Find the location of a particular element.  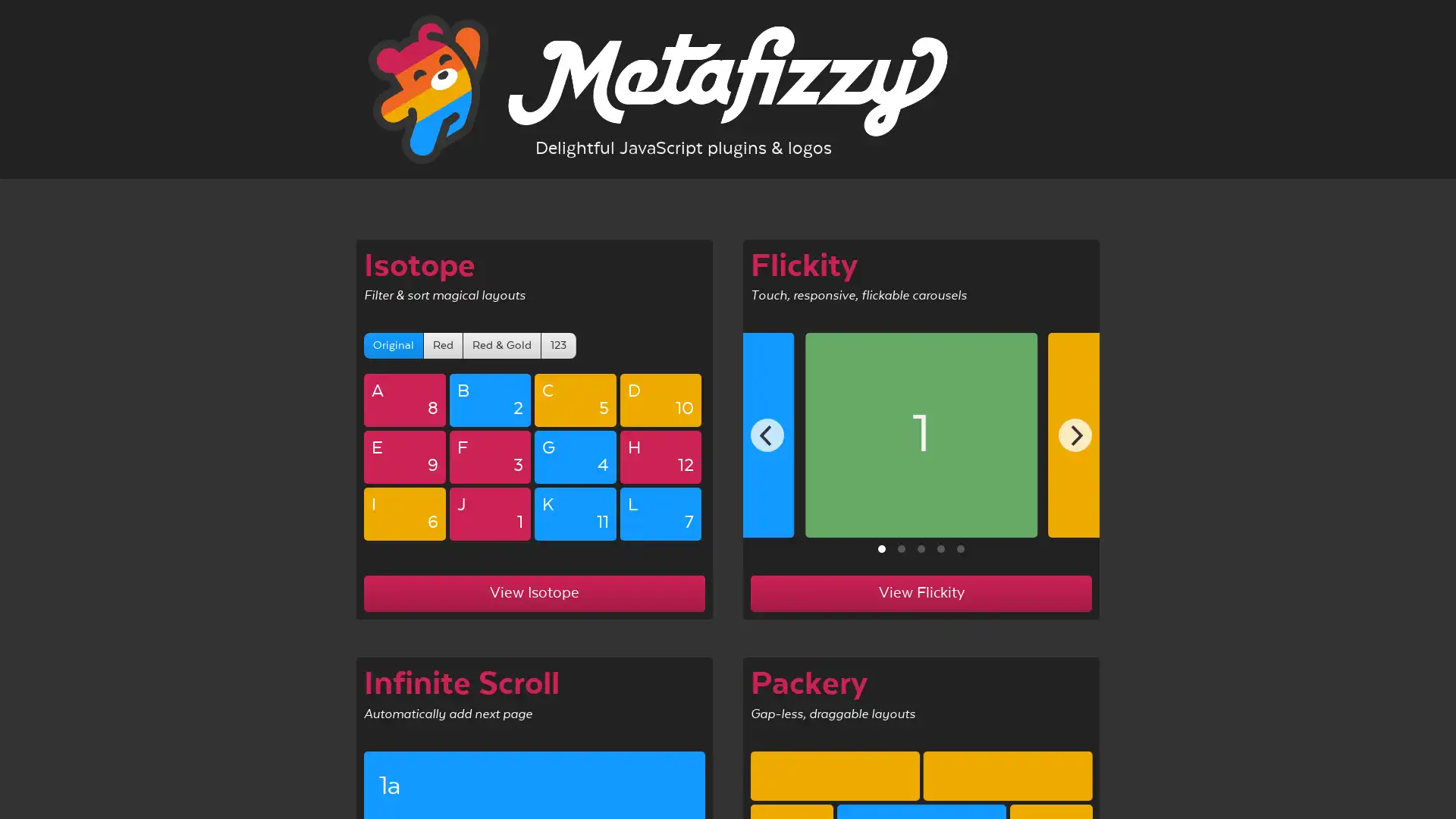

Red is located at coordinates (442, 345).